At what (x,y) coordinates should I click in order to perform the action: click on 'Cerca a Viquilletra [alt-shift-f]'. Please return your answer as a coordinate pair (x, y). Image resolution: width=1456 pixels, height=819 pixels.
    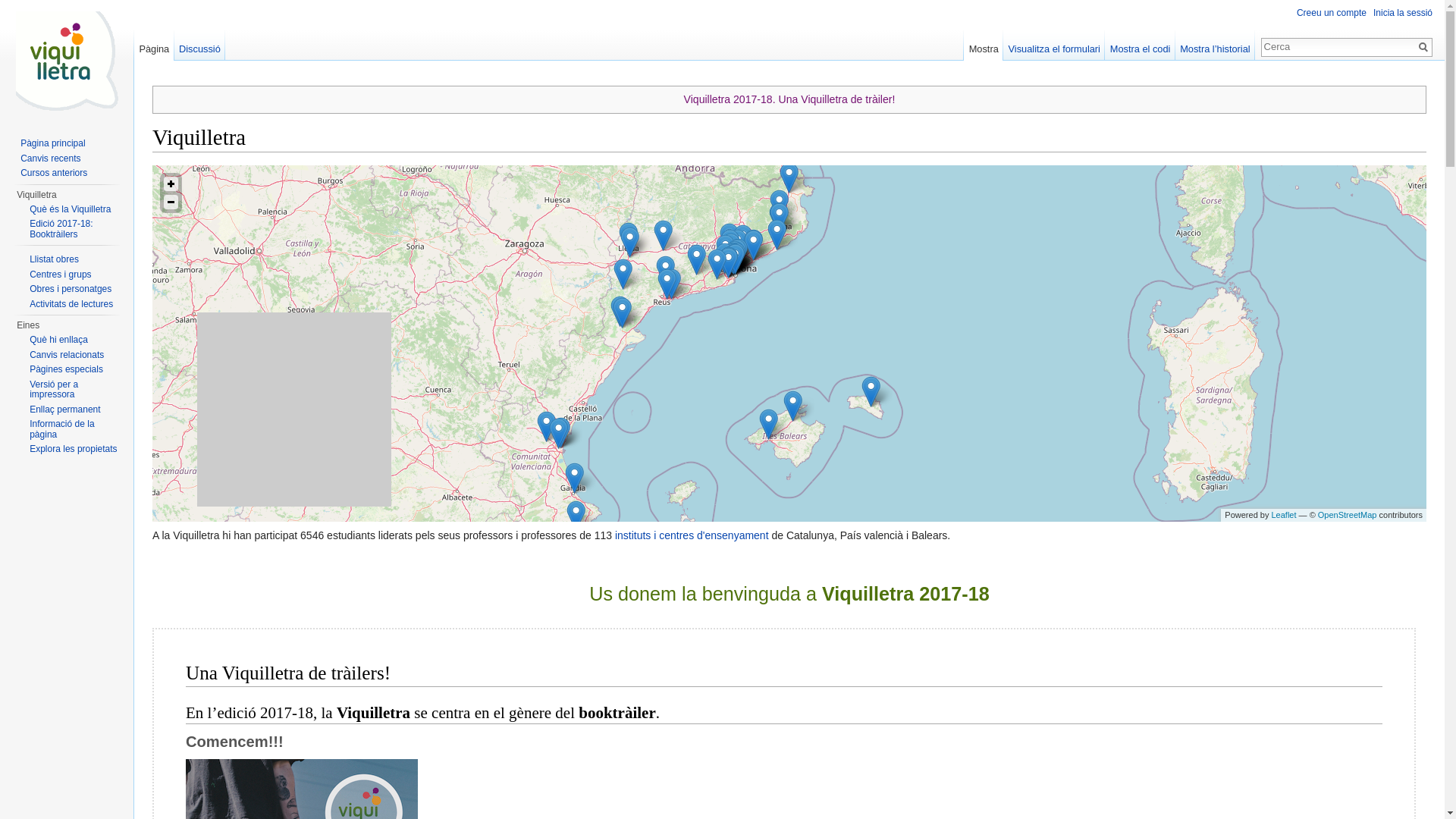
    Looking at the image, I should click on (1338, 45).